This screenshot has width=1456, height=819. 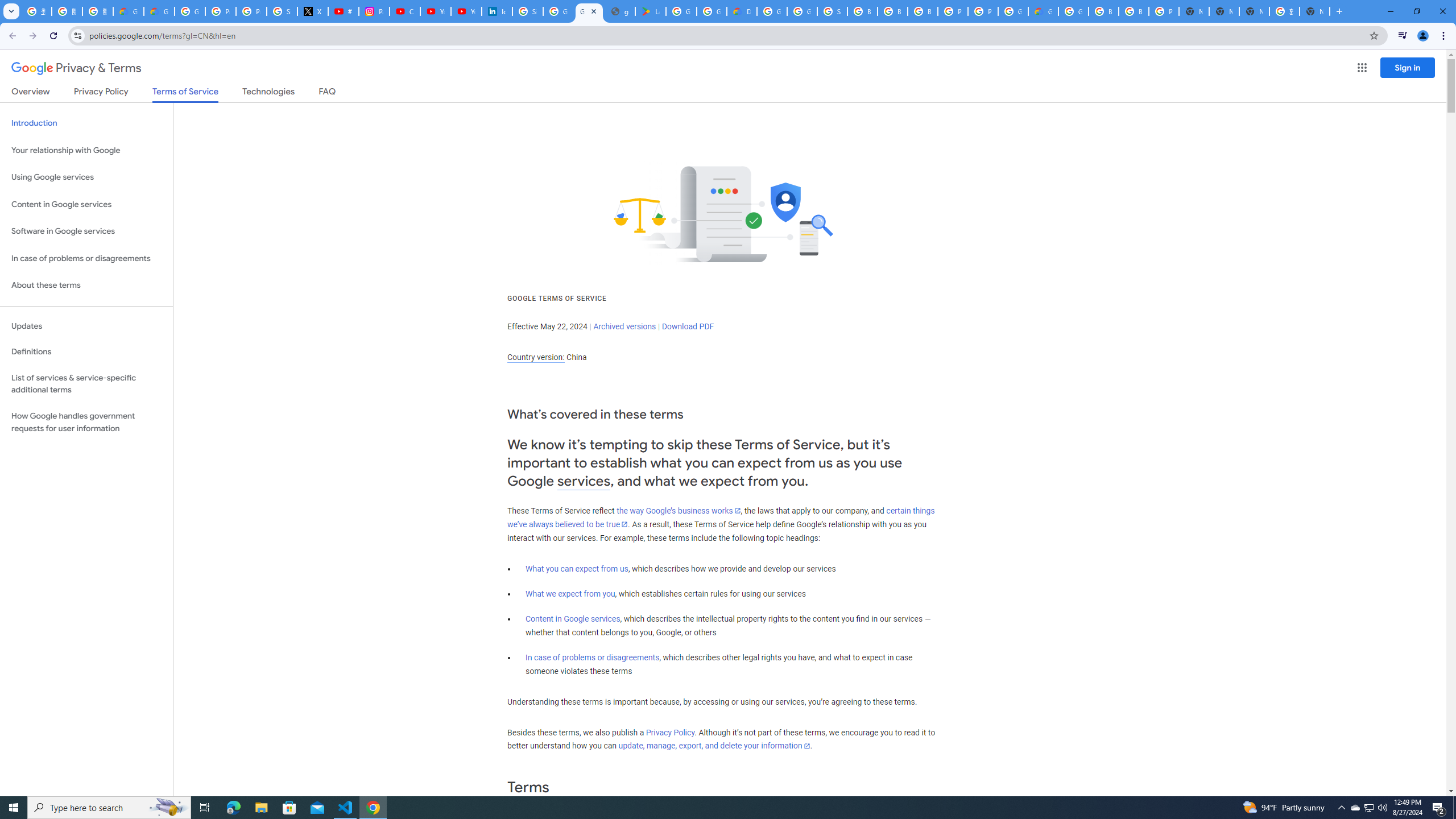 What do you see at coordinates (687, 325) in the screenshot?
I see `'Download PDF'` at bounding box center [687, 325].